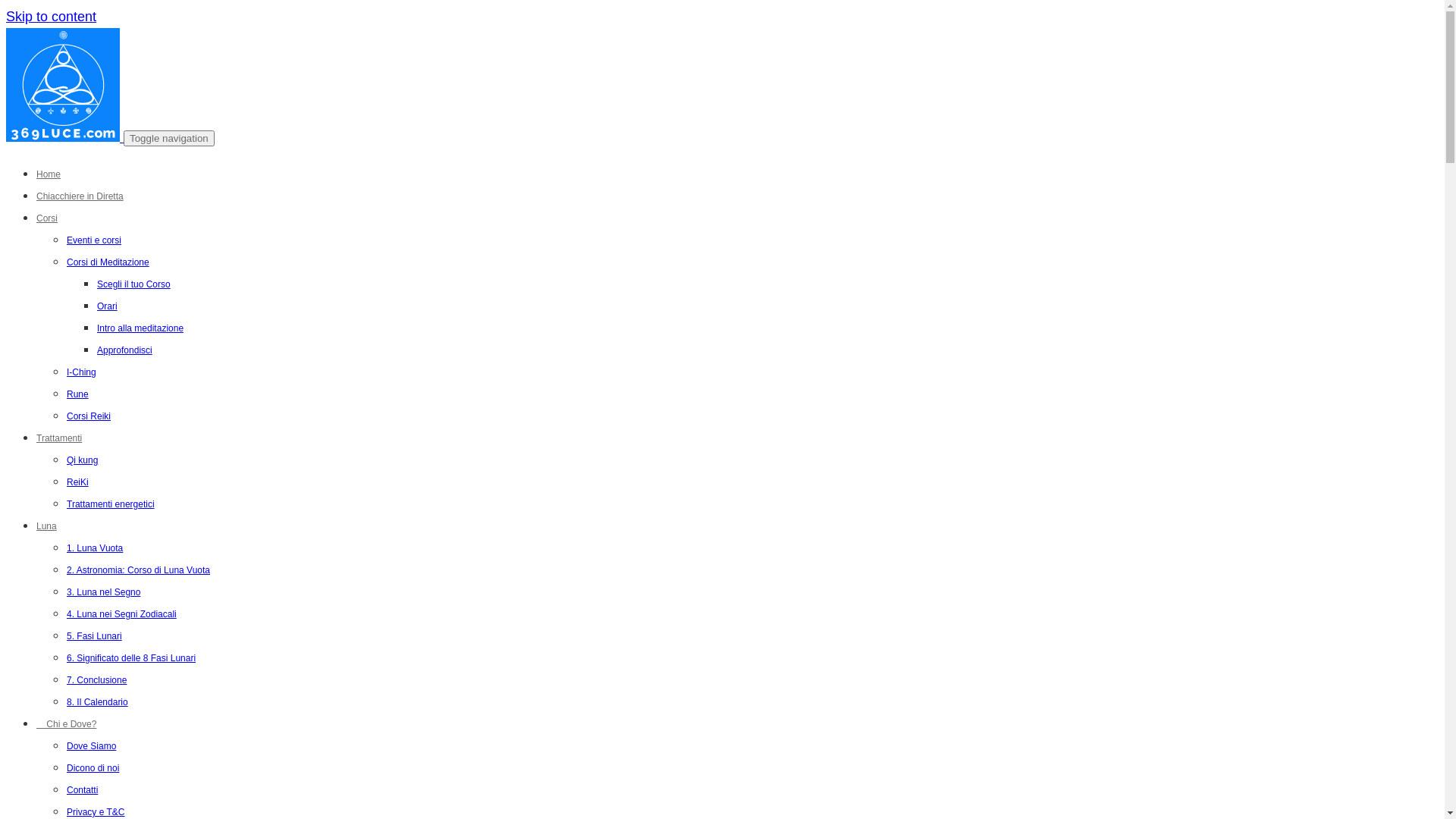 This screenshot has width=1456, height=819. I want to click on 'Trattamenti energetici', so click(65, 504).